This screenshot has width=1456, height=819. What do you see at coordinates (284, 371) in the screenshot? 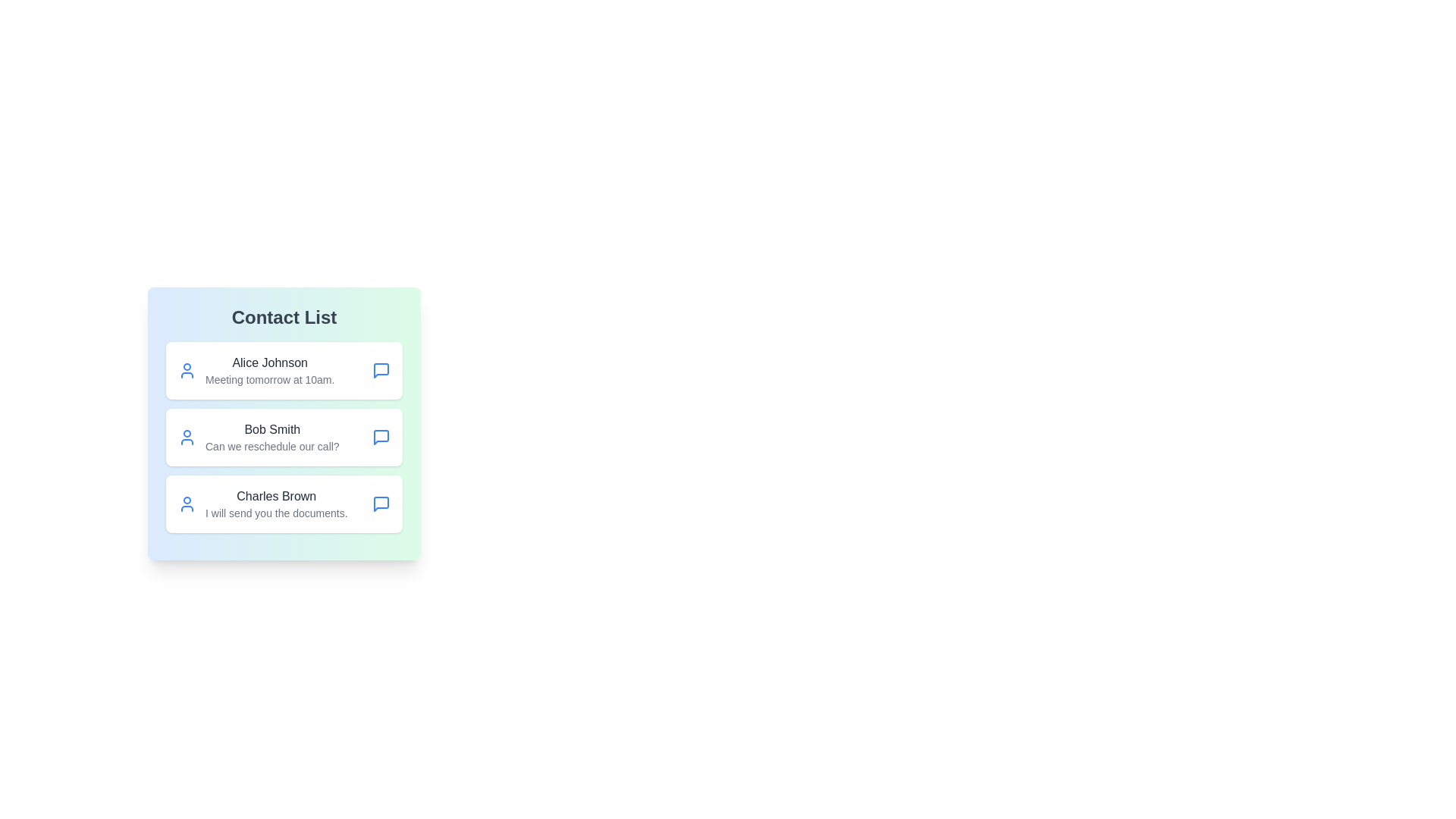
I see `the contact Alice Johnson to view hover effects` at bounding box center [284, 371].